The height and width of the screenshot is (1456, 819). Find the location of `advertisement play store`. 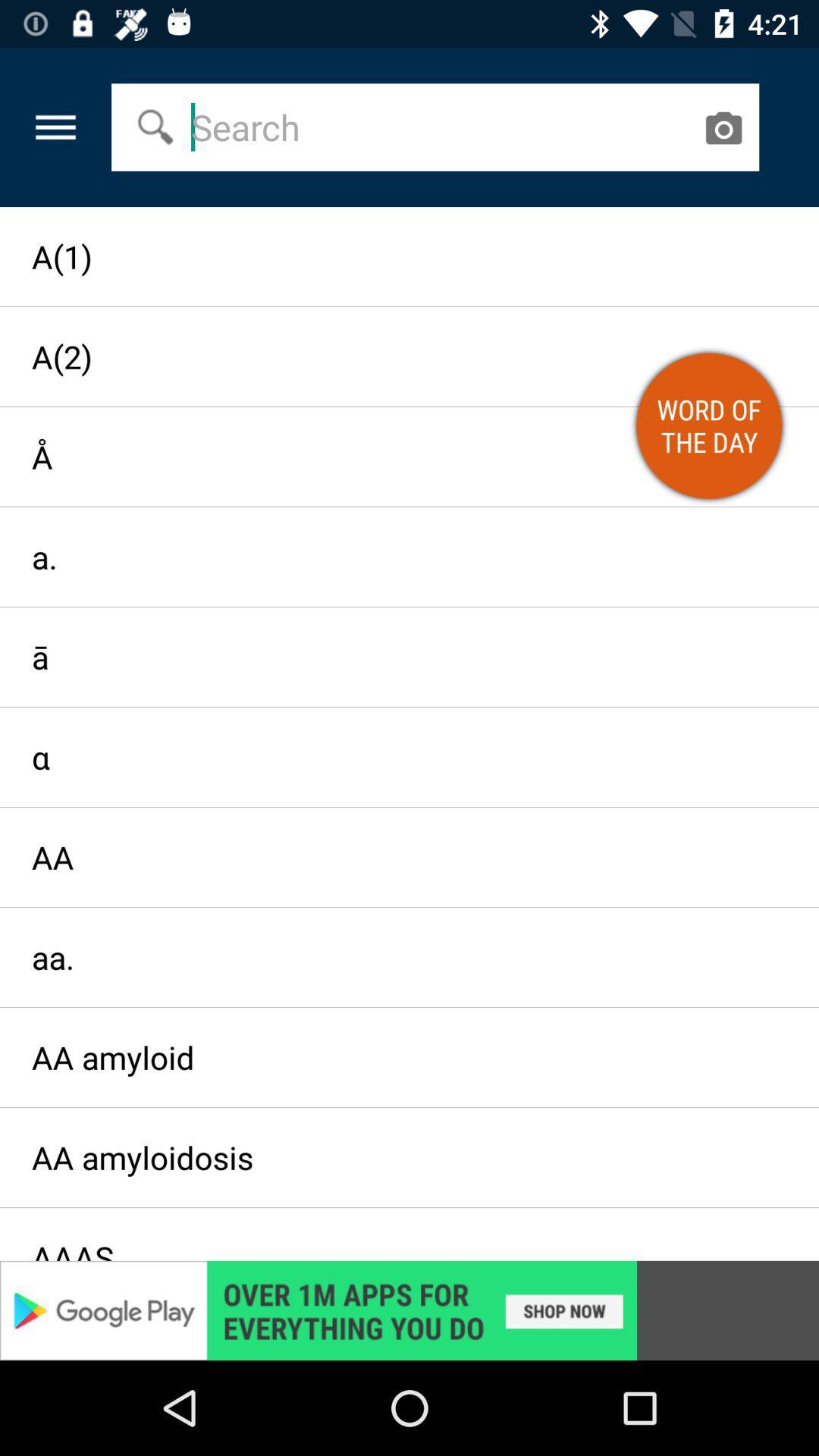

advertisement play store is located at coordinates (409, 1310).